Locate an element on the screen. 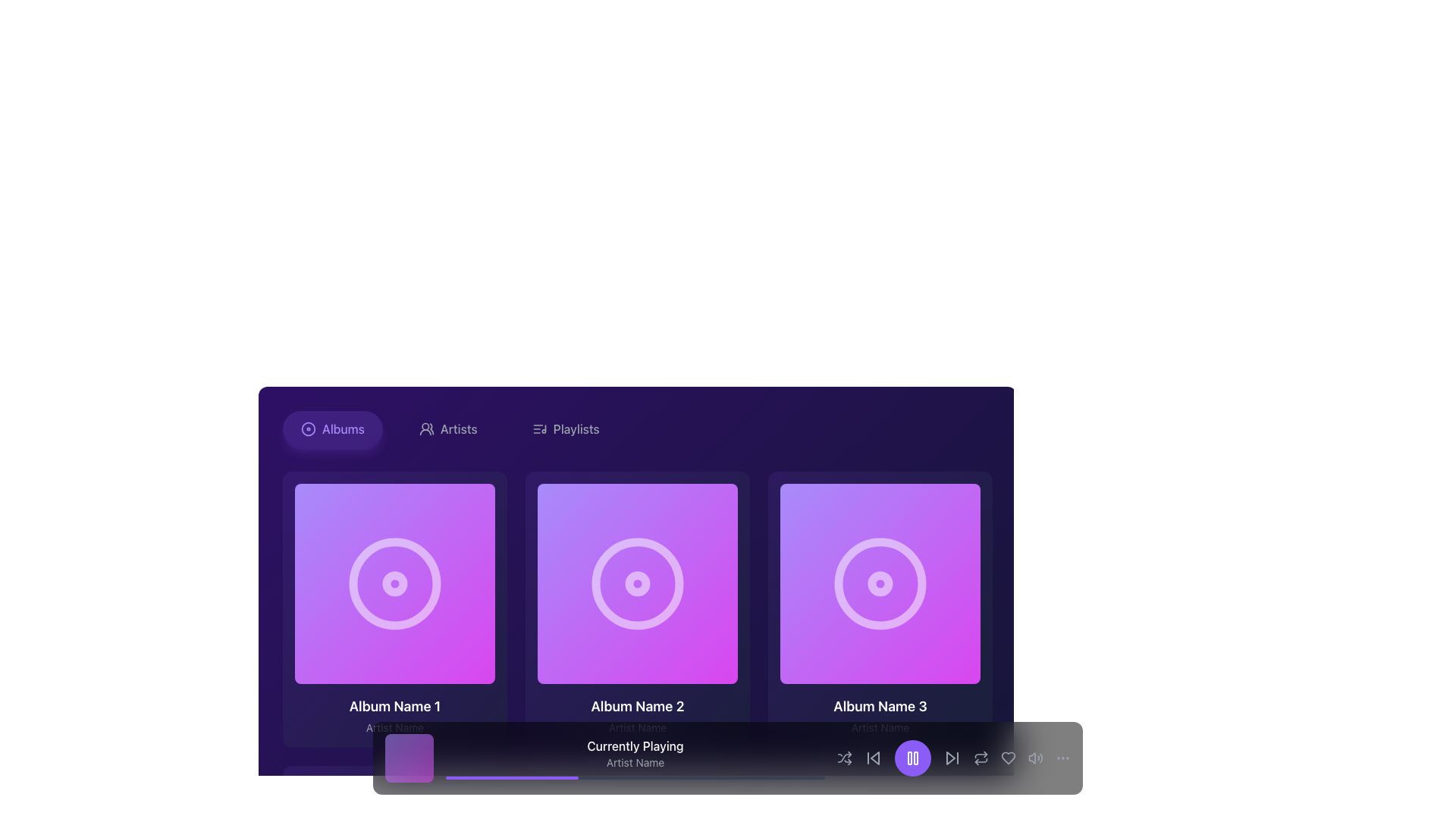 The image size is (1456, 819). the decorative icon for the 'Albums' button located on the left side of the top menu bar by moving the cursor to its center point is located at coordinates (308, 429).